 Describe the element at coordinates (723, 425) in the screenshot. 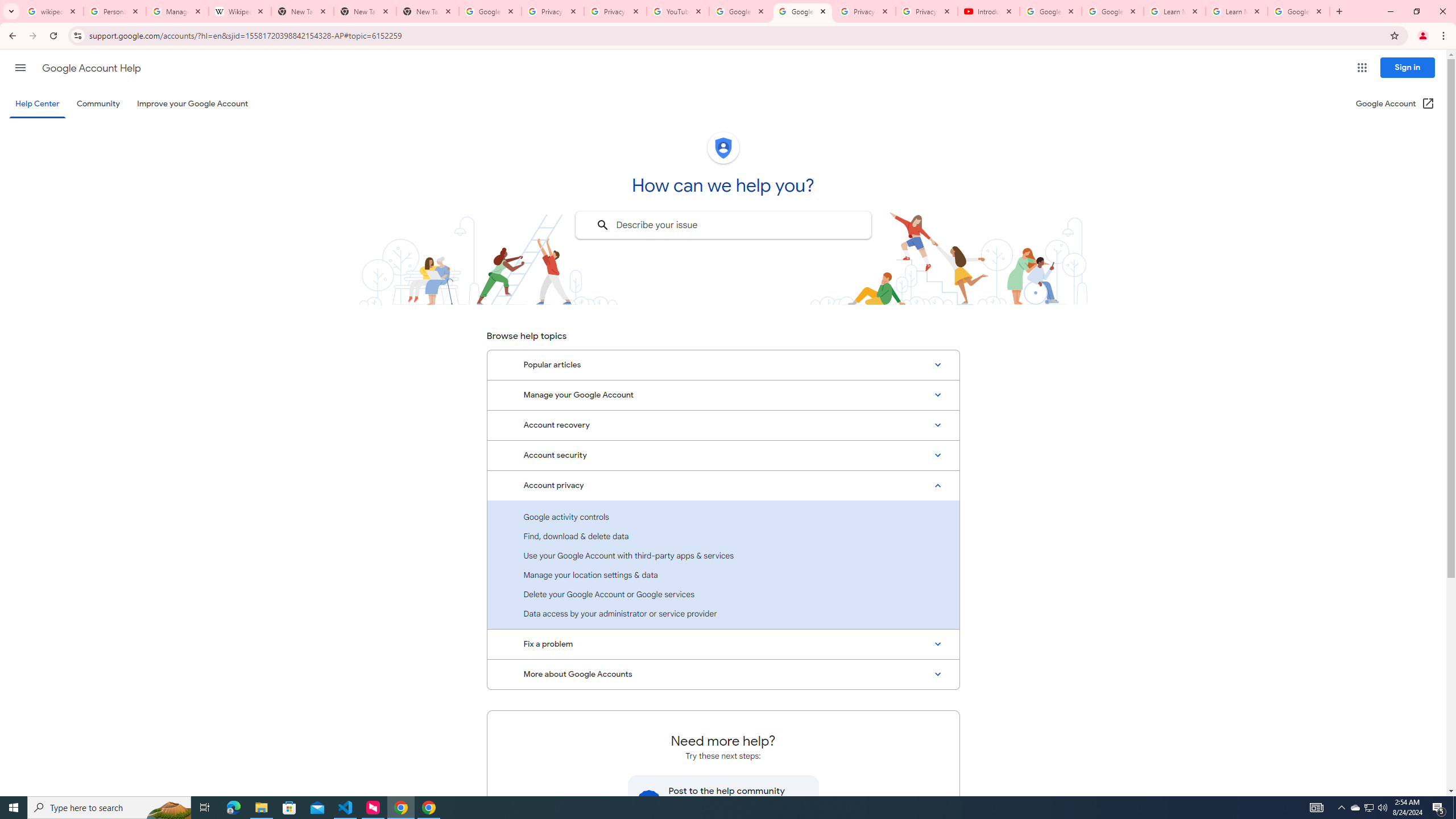

I see `'Account recovery'` at that location.